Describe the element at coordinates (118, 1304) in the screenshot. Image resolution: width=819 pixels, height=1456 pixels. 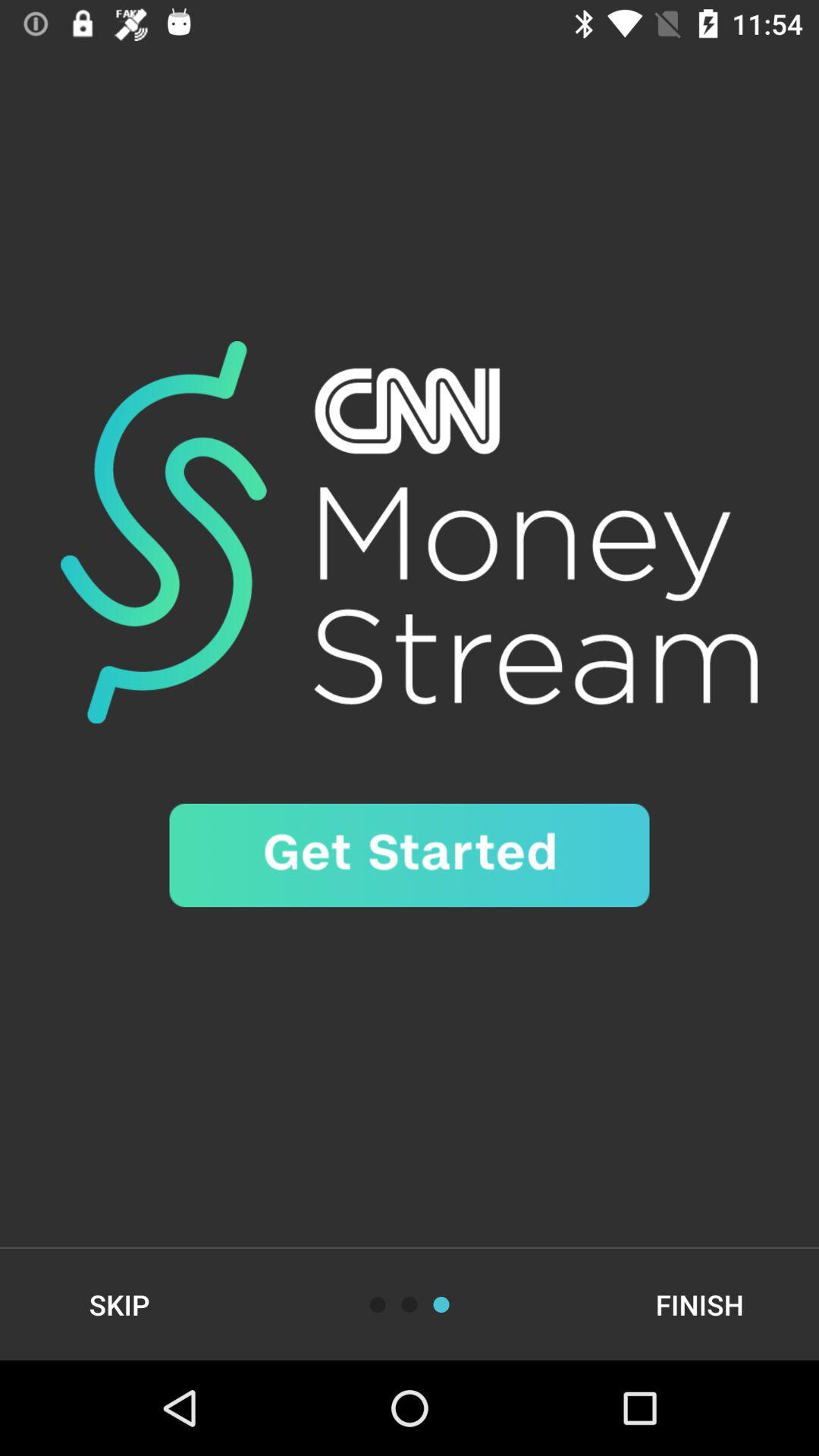
I see `the item at the bottom left corner` at that location.